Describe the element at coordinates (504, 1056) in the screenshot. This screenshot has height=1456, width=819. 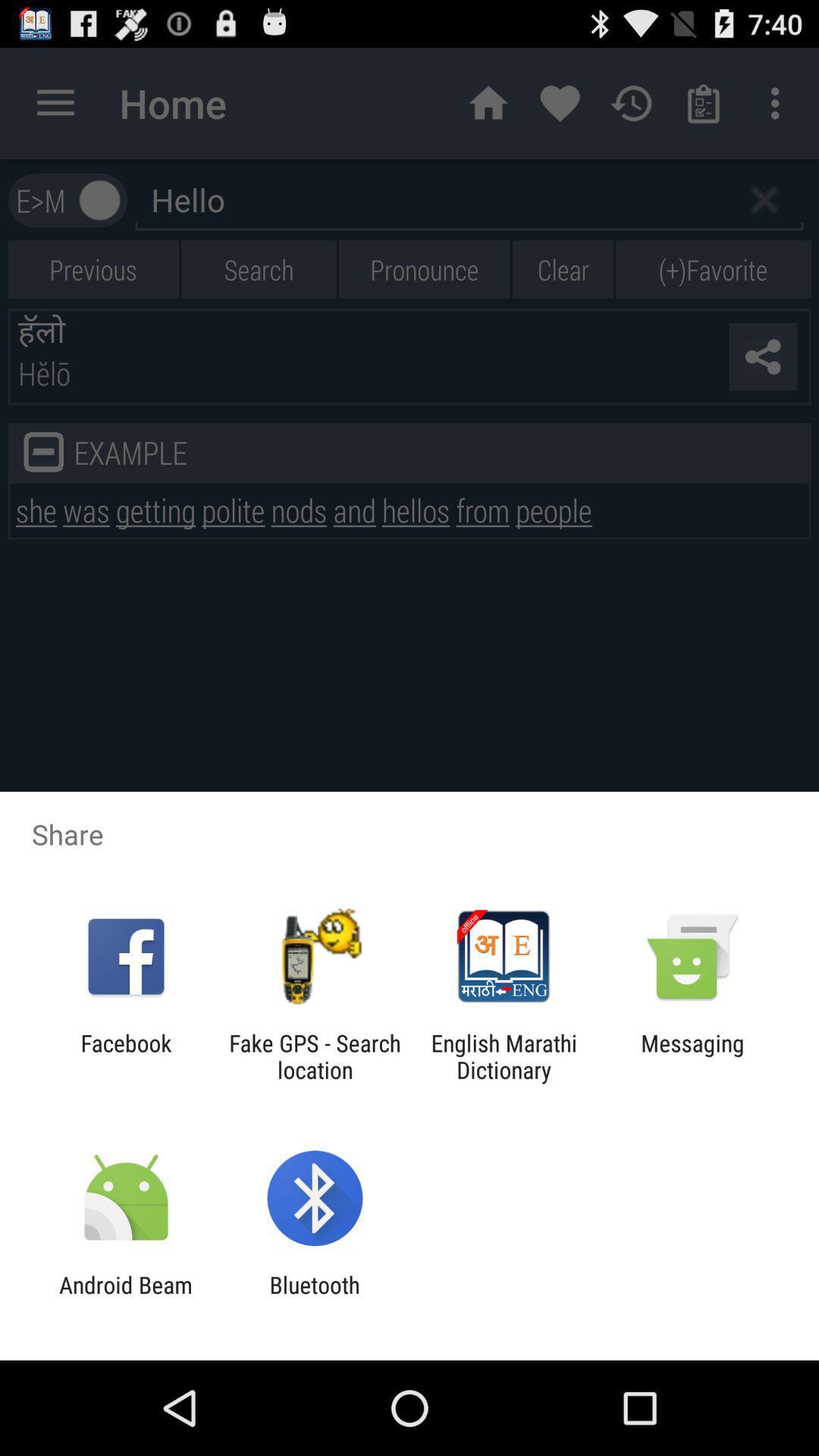
I see `the app to the right of fake gps search item` at that location.